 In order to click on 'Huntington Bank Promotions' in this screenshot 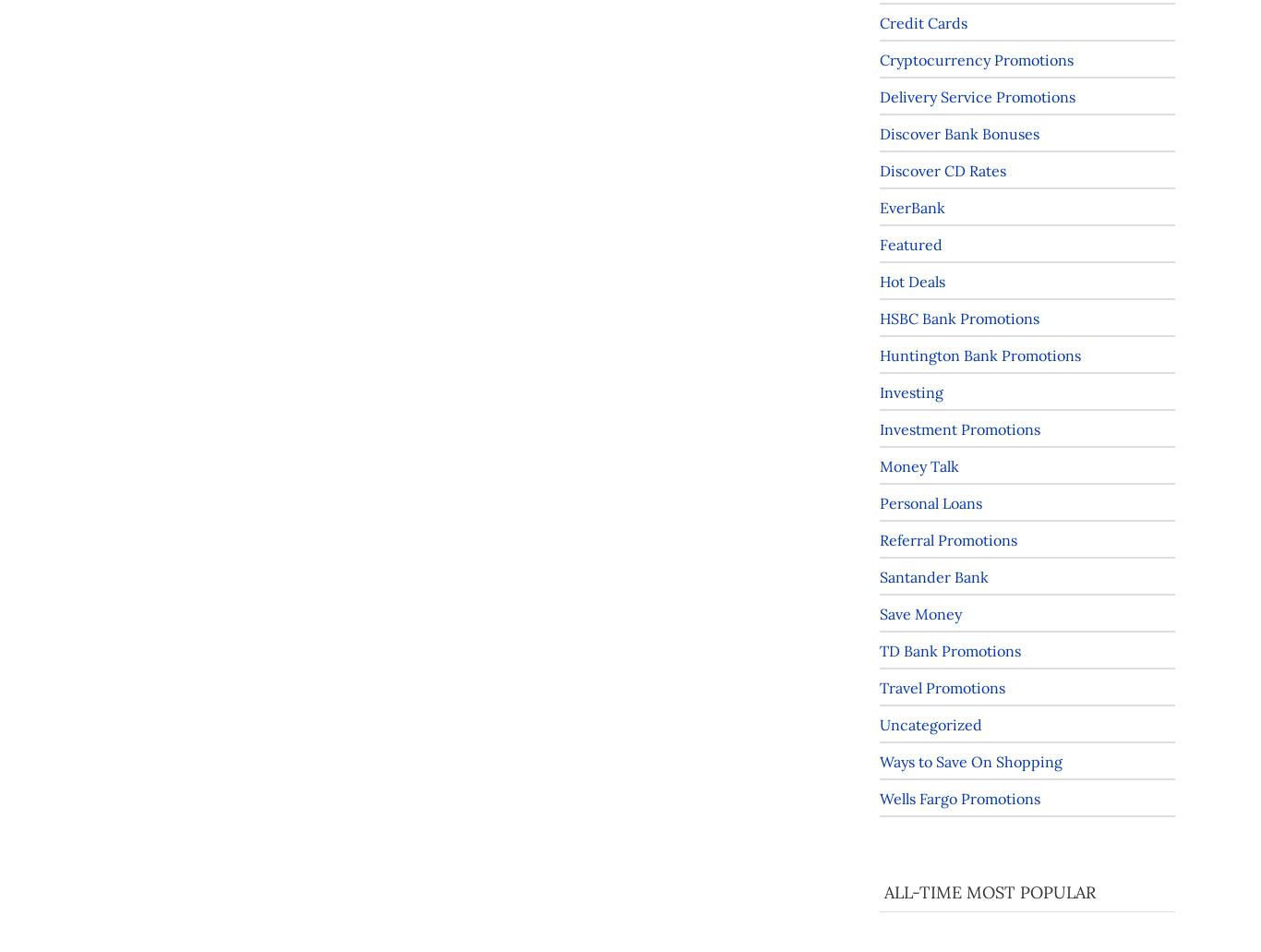, I will do `click(880, 354)`.